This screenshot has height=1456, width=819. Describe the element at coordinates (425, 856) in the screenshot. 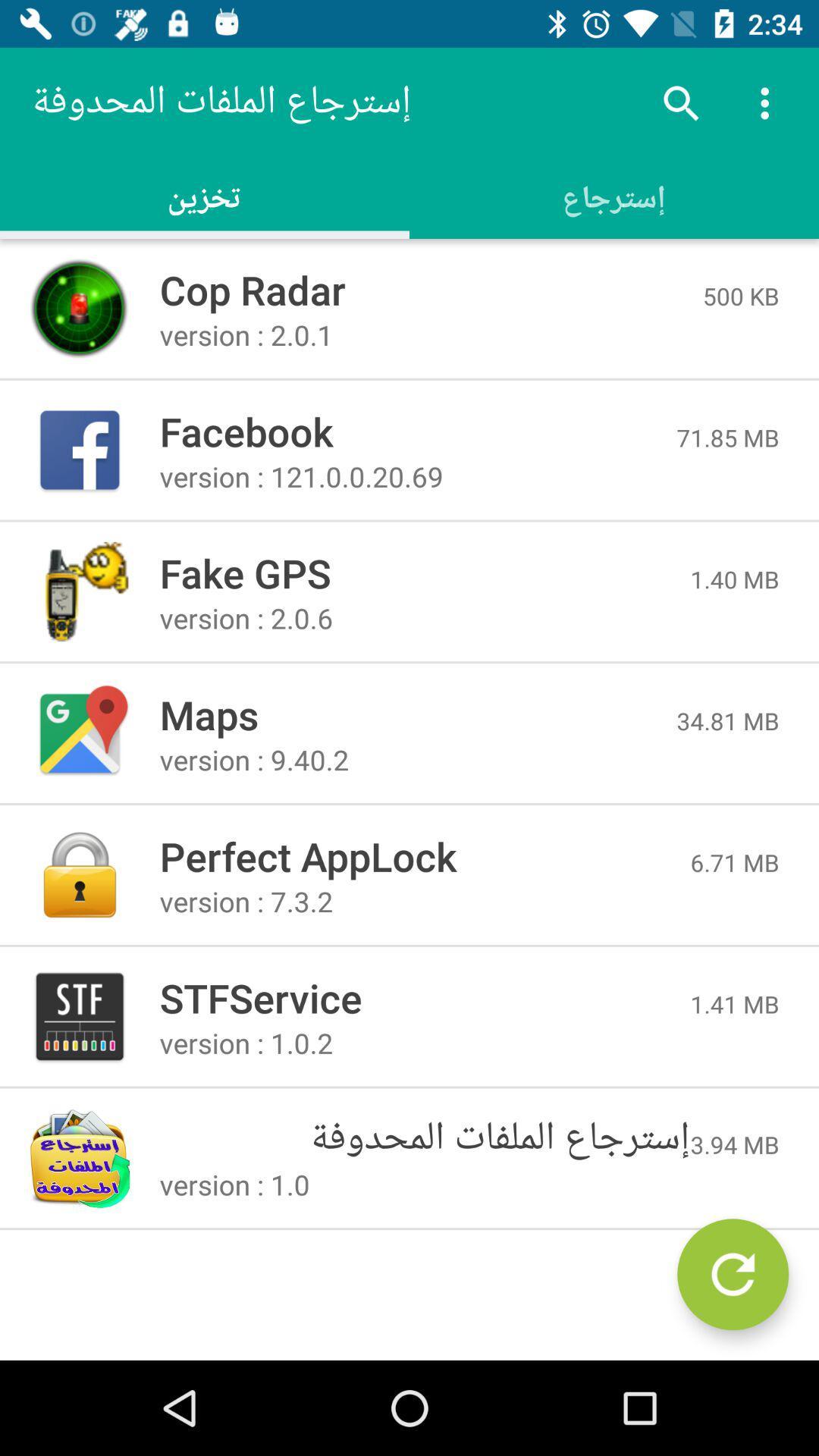

I see `icon to the left of 6.71 mb icon` at that location.